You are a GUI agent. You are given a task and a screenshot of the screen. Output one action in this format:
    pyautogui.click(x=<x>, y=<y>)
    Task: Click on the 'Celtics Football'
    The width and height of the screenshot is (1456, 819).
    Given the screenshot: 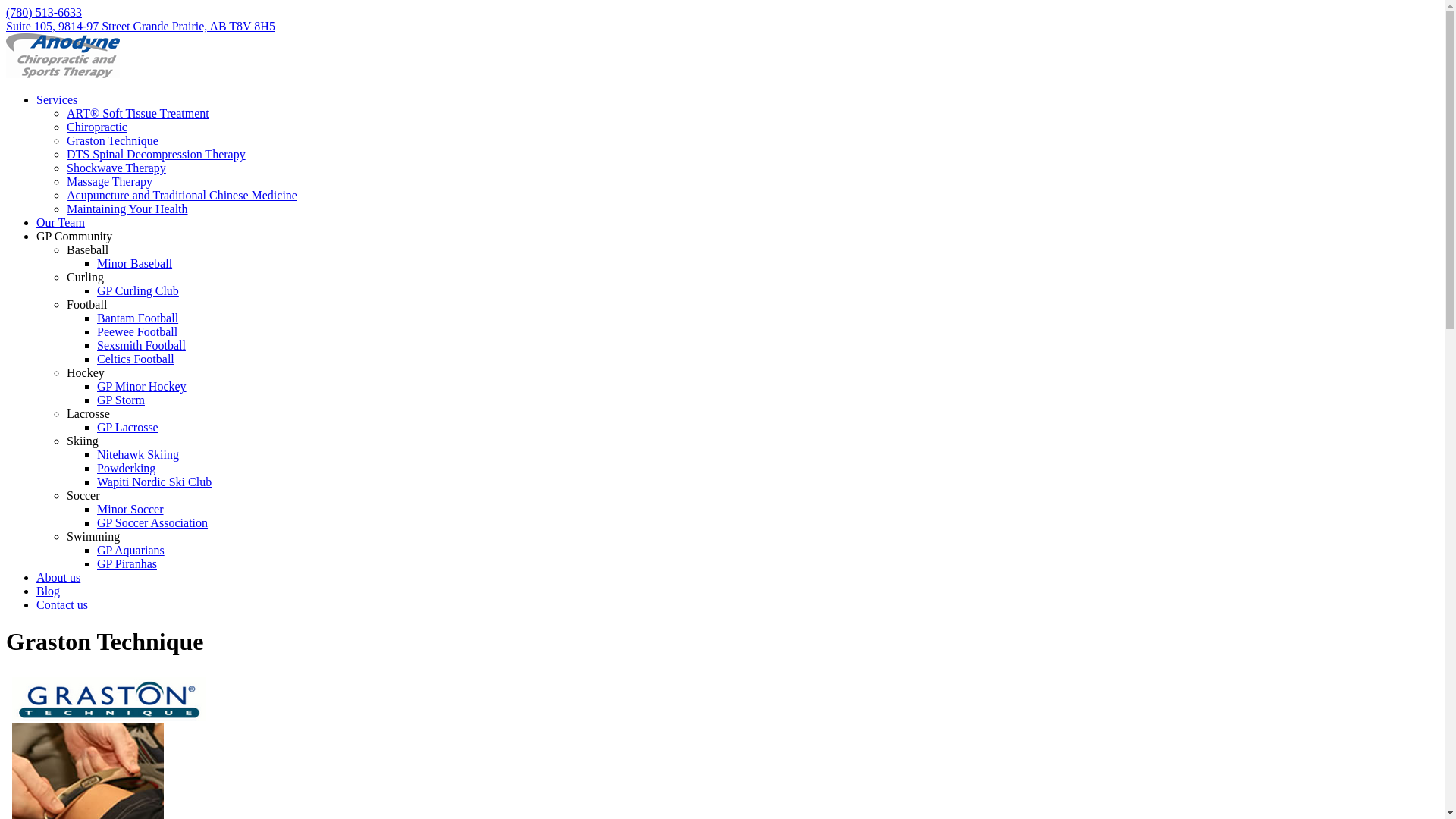 What is the action you would take?
    pyautogui.click(x=135, y=359)
    